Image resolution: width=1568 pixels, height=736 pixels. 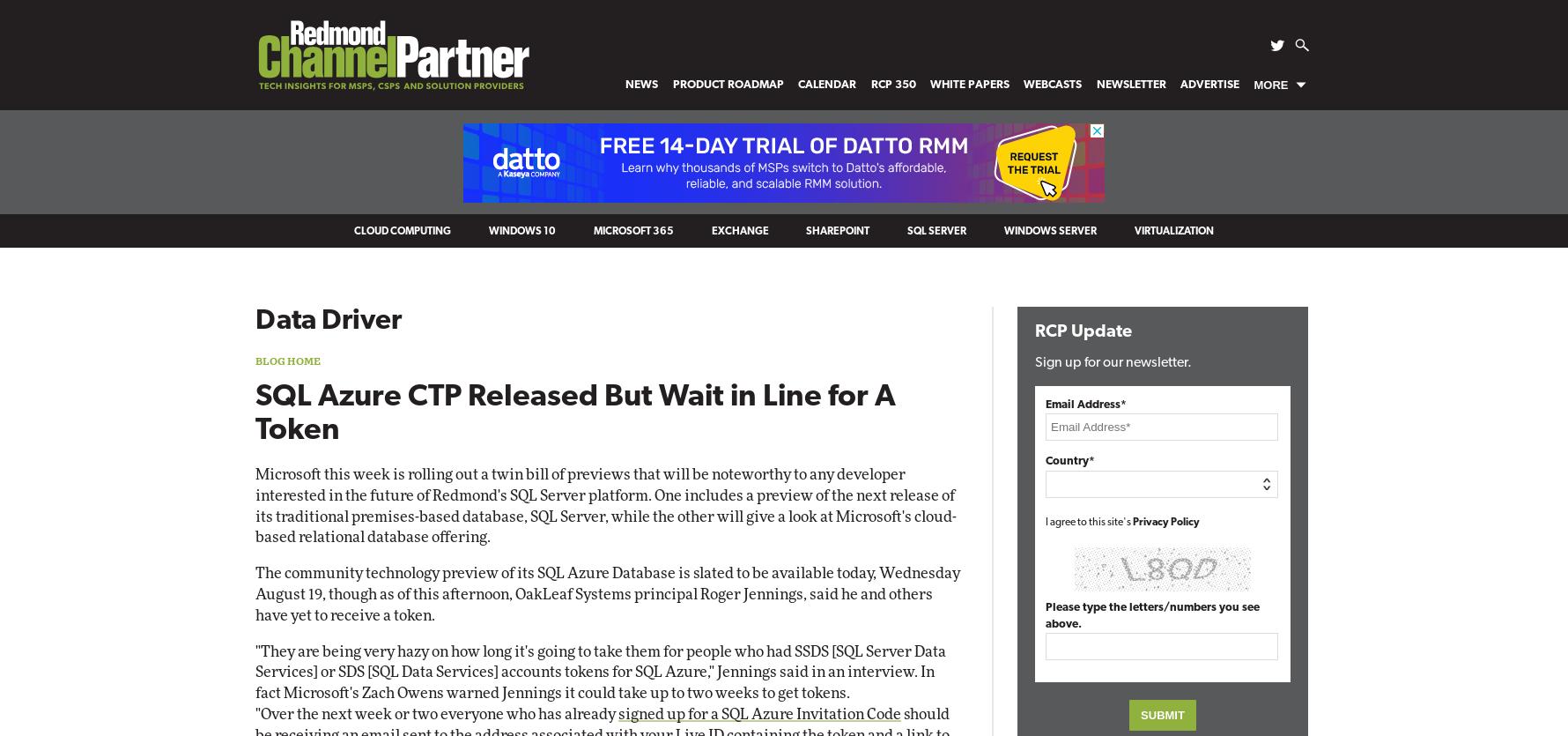 I want to click on 'Windows 10', so click(x=521, y=231).